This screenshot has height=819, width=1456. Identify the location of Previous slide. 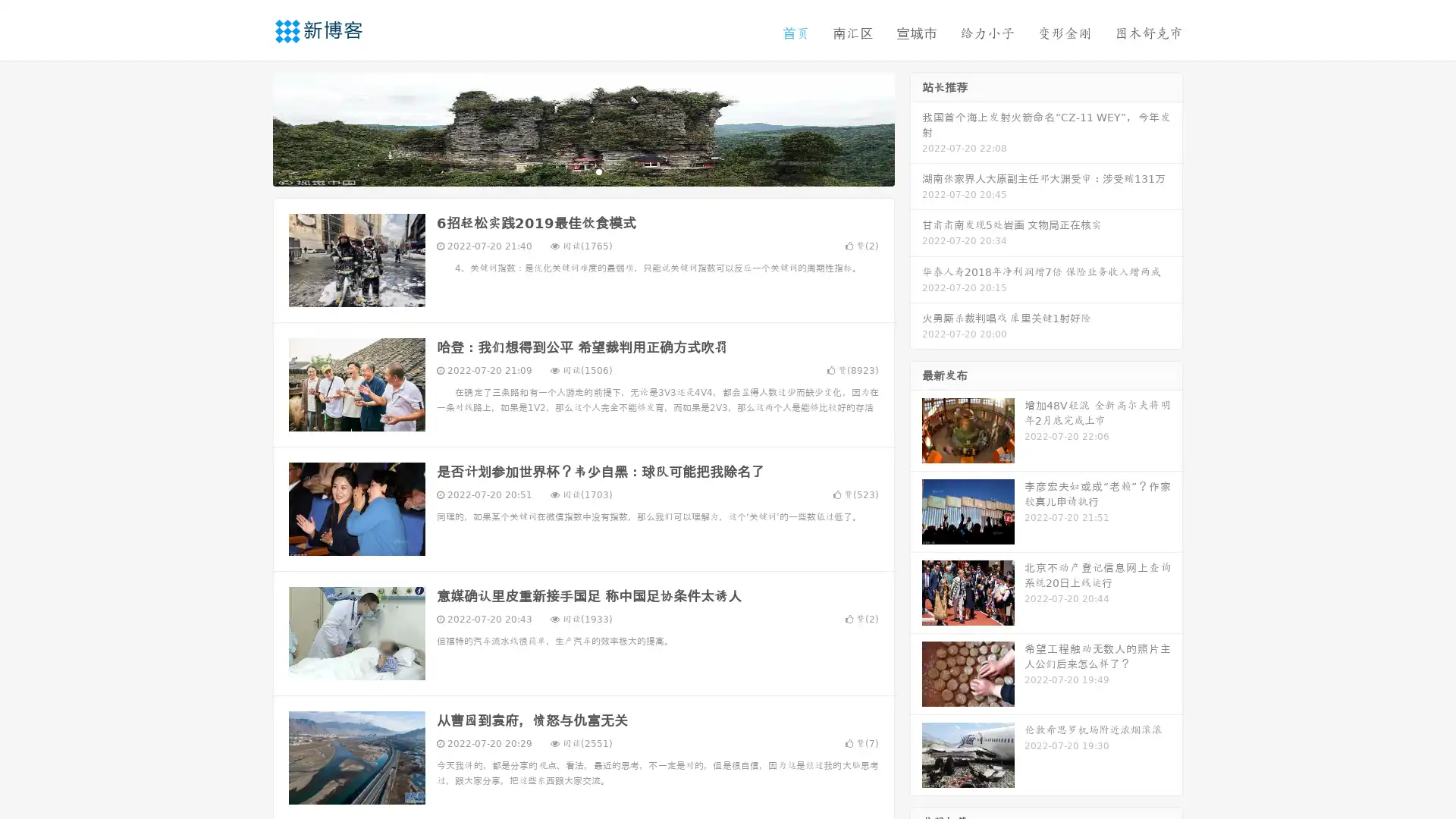
(250, 127).